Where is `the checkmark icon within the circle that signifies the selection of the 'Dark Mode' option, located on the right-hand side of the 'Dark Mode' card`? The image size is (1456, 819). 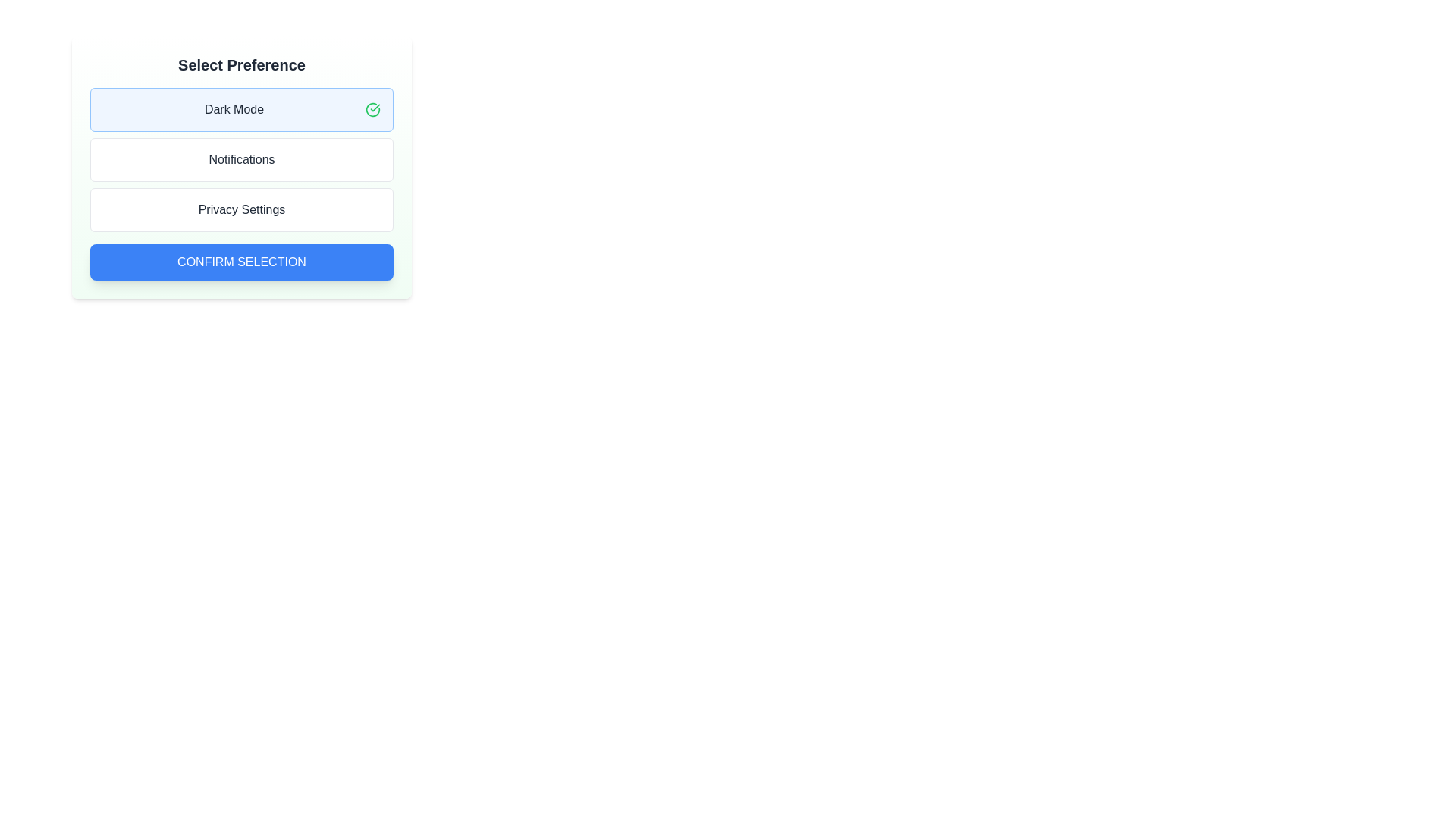 the checkmark icon within the circle that signifies the selection of the 'Dark Mode' option, located on the right-hand side of the 'Dark Mode' card is located at coordinates (372, 109).